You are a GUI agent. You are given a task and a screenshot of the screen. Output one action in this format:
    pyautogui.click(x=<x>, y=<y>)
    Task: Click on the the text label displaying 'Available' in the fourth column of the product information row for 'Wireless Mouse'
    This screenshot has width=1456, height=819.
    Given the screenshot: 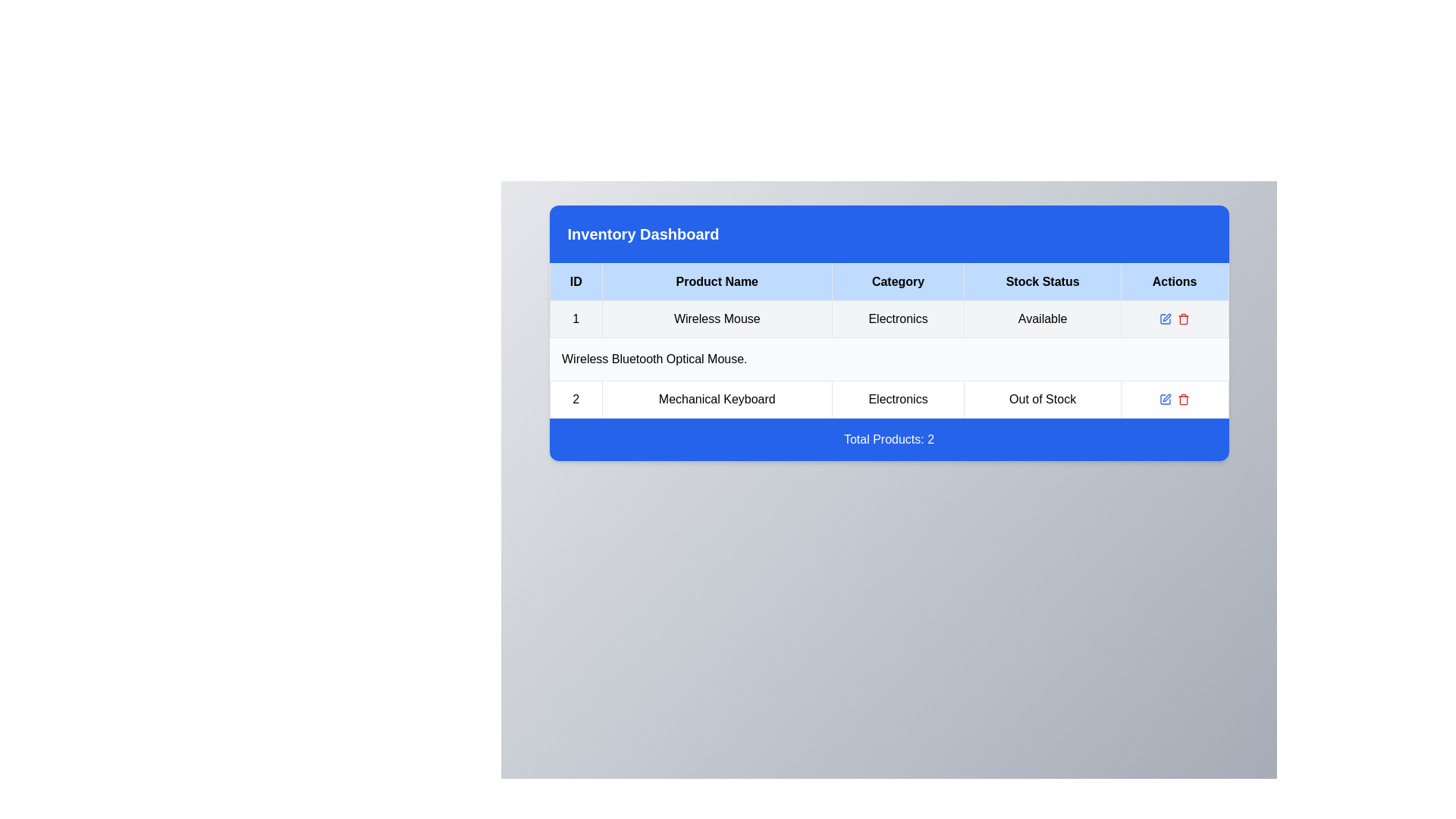 What is the action you would take?
    pyautogui.click(x=1042, y=318)
    